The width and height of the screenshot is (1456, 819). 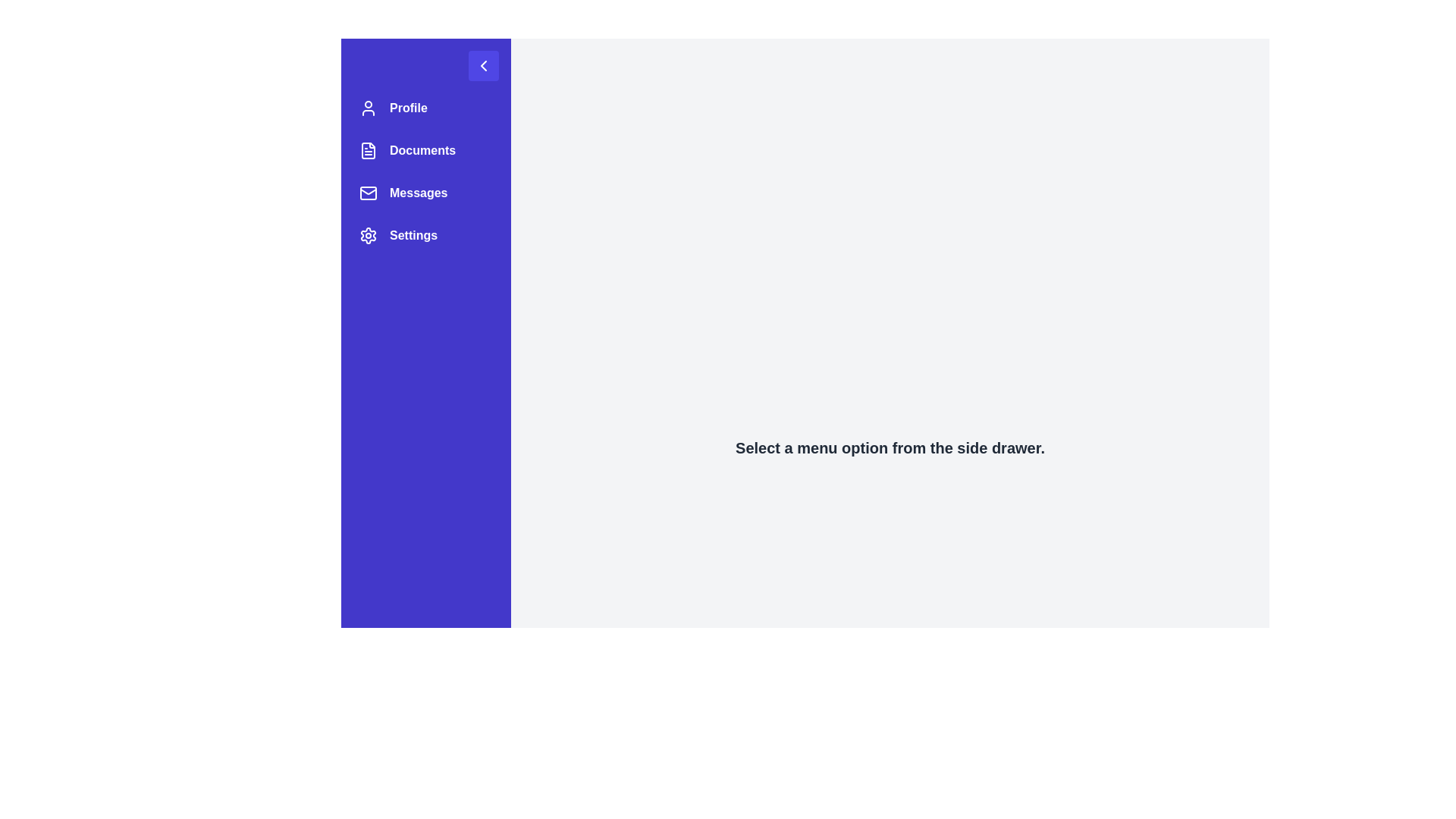 What do you see at coordinates (425, 171) in the screenshot?
I see `the Navigation menu element` at bounding box center [425, 171].